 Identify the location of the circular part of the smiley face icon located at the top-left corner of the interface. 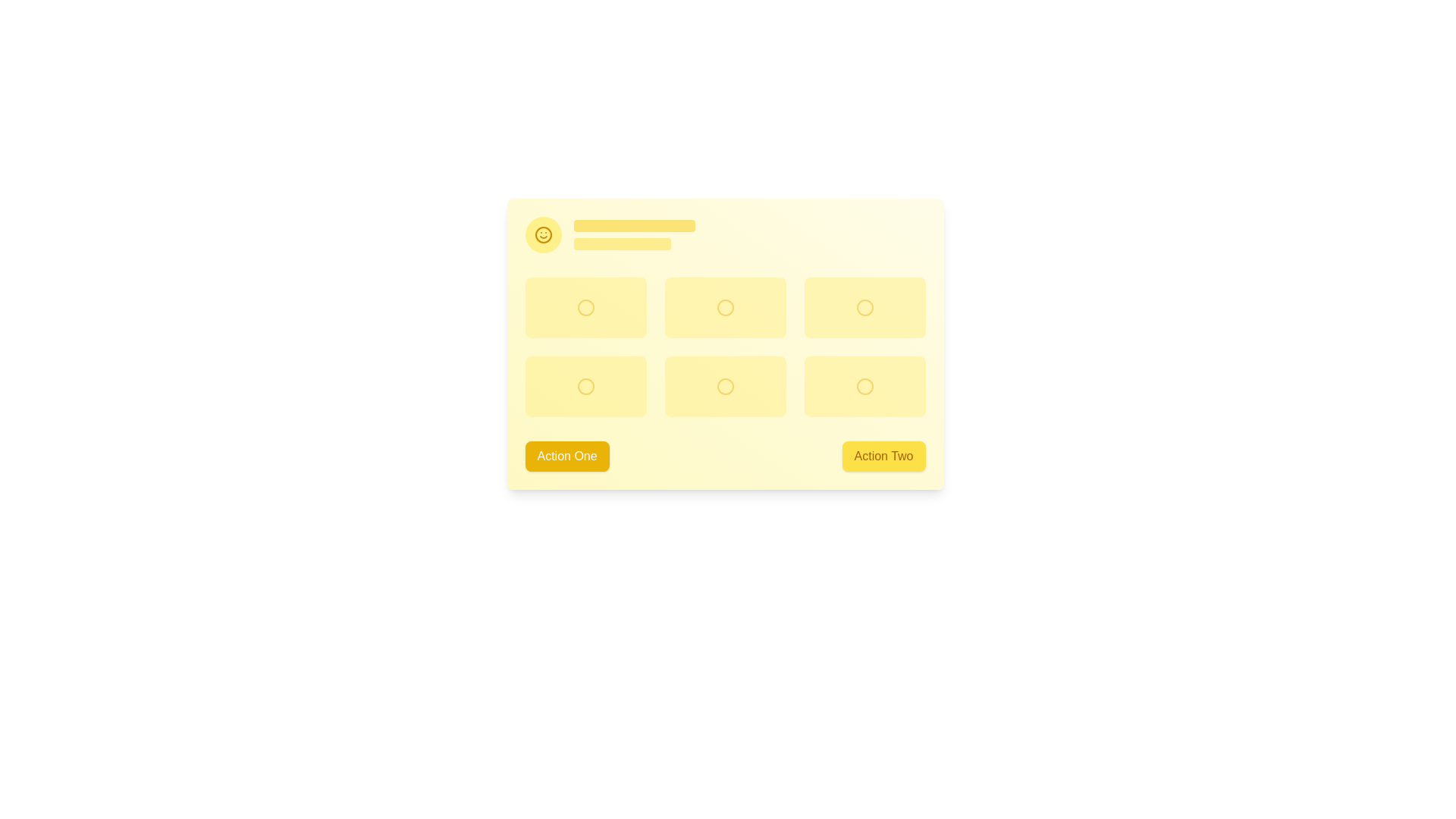
(543, 234).